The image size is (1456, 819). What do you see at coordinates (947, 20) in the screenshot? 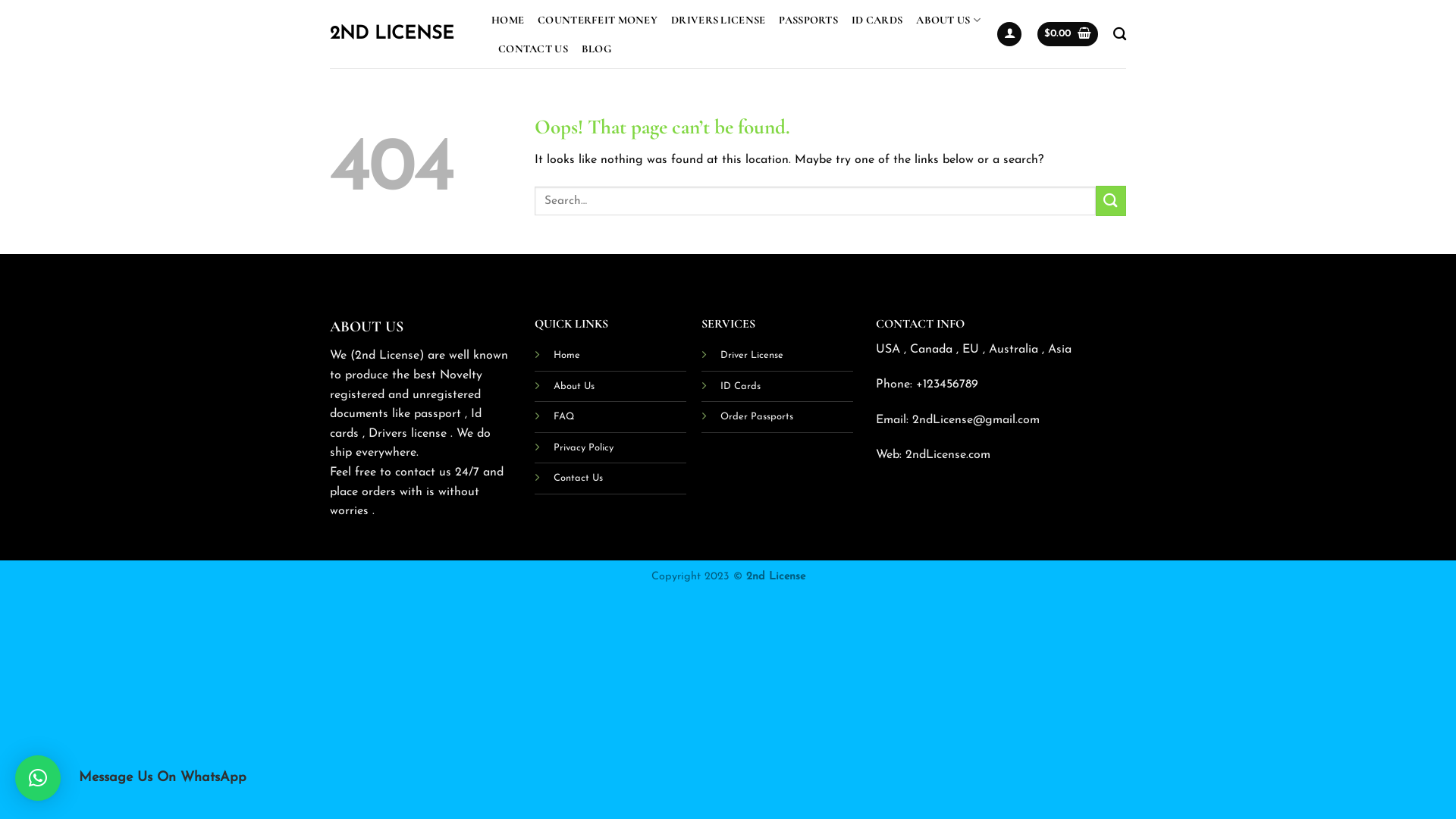
I see `'ABOUT US'` at bounding box center [947, 20].